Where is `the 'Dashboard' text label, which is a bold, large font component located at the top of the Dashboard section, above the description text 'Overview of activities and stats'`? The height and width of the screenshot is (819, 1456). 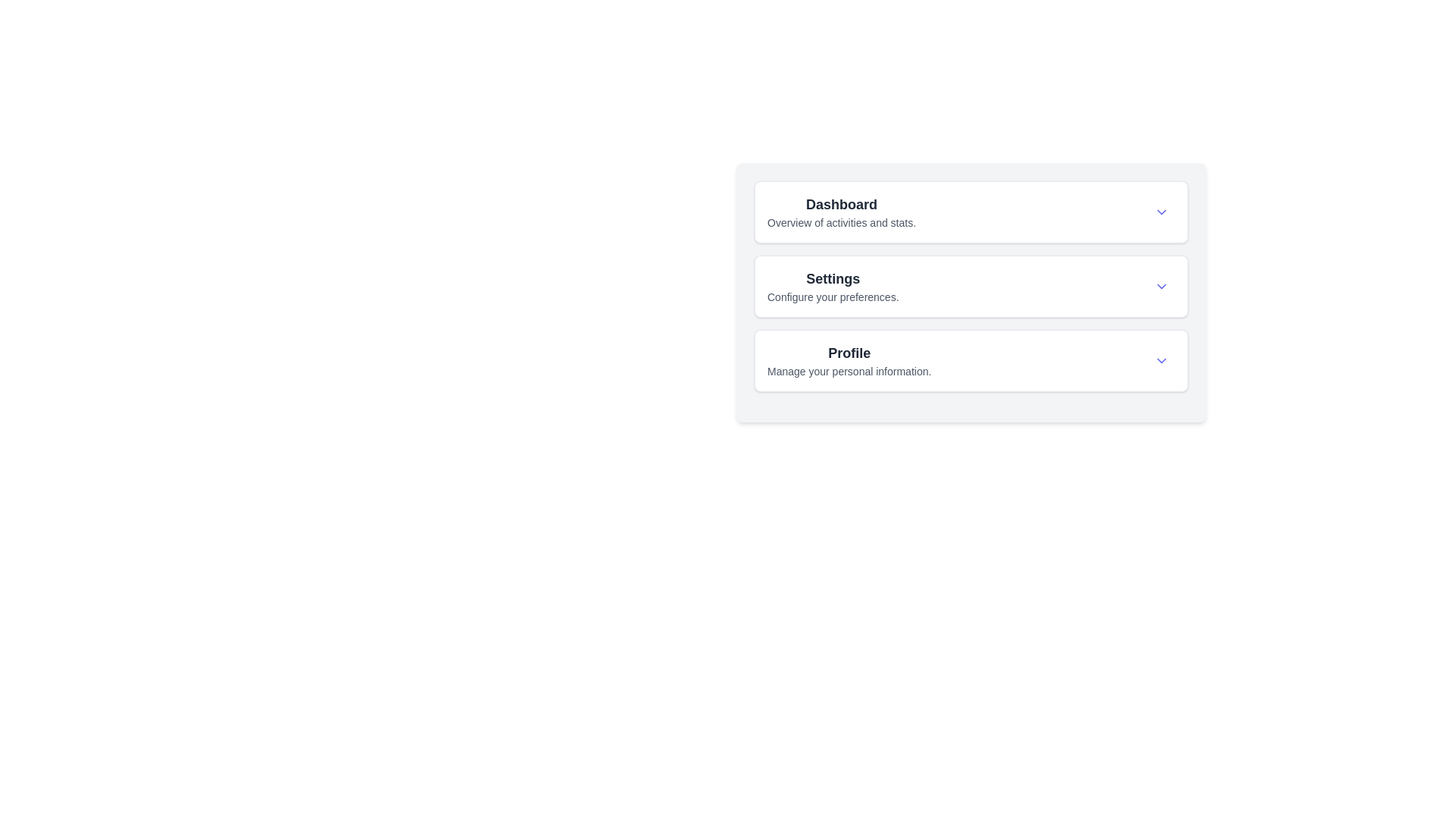 the 'Dashboard' text label, which is a bold, large font component located at the top of the Dashboard section, above the description text 'Overview of activities and stats' is located at coordinates (840, 205).